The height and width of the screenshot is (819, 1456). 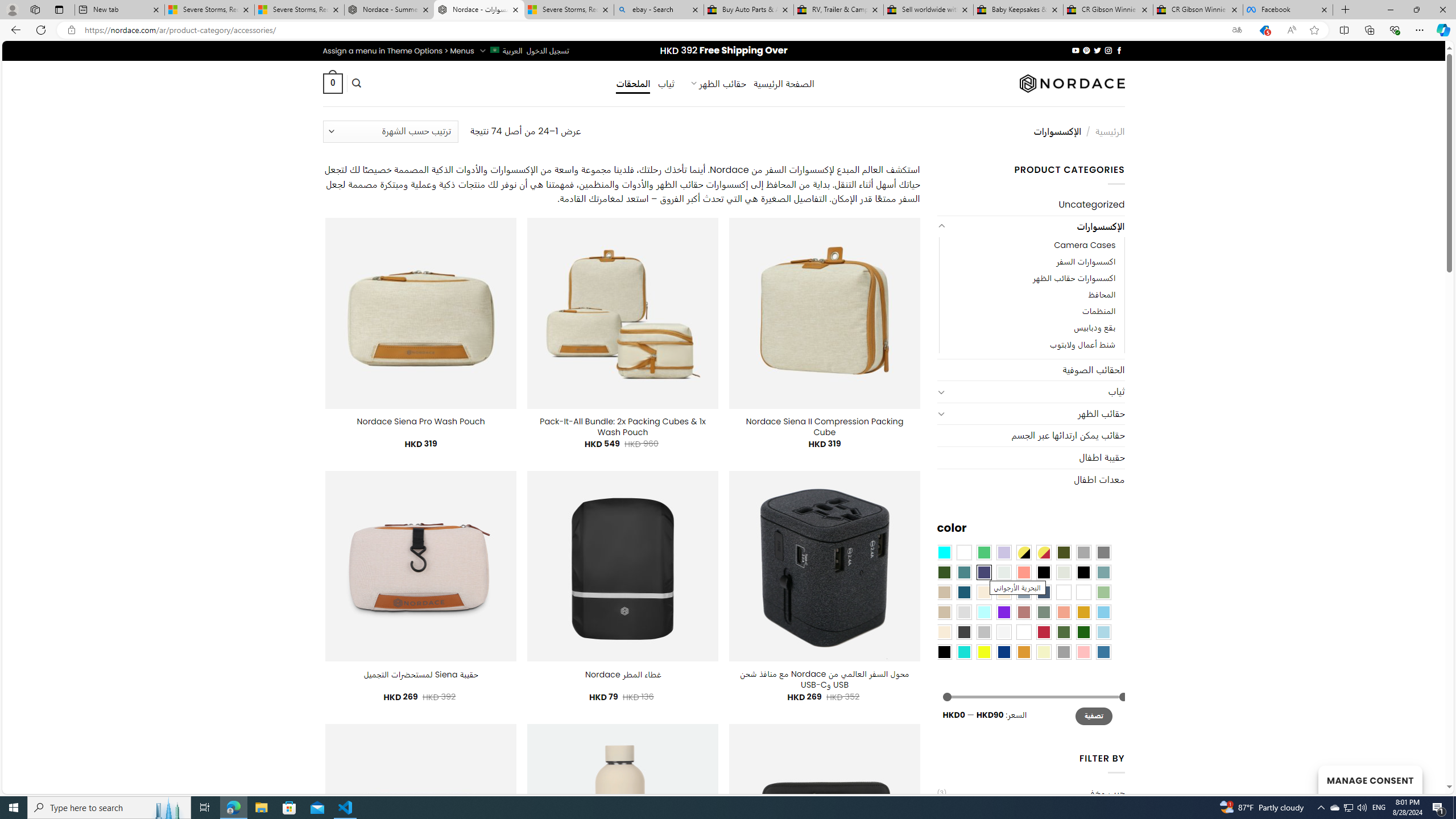 I want to click on 'Aqua Blue', so click(x=944, y=551).